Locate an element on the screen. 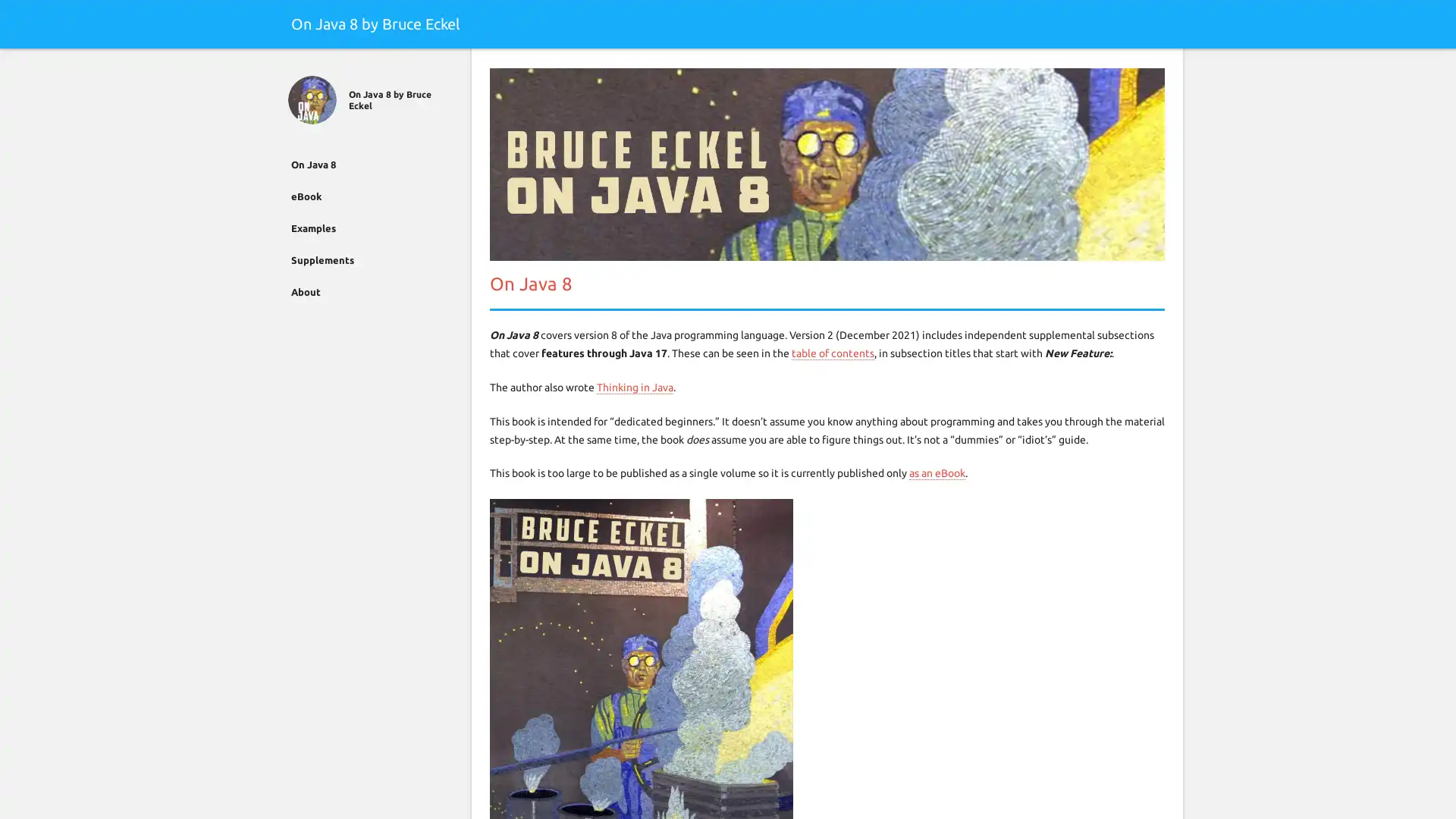 The height and width of the screenshot is (819, 1456). Search is located at coordinates (1161, 66).